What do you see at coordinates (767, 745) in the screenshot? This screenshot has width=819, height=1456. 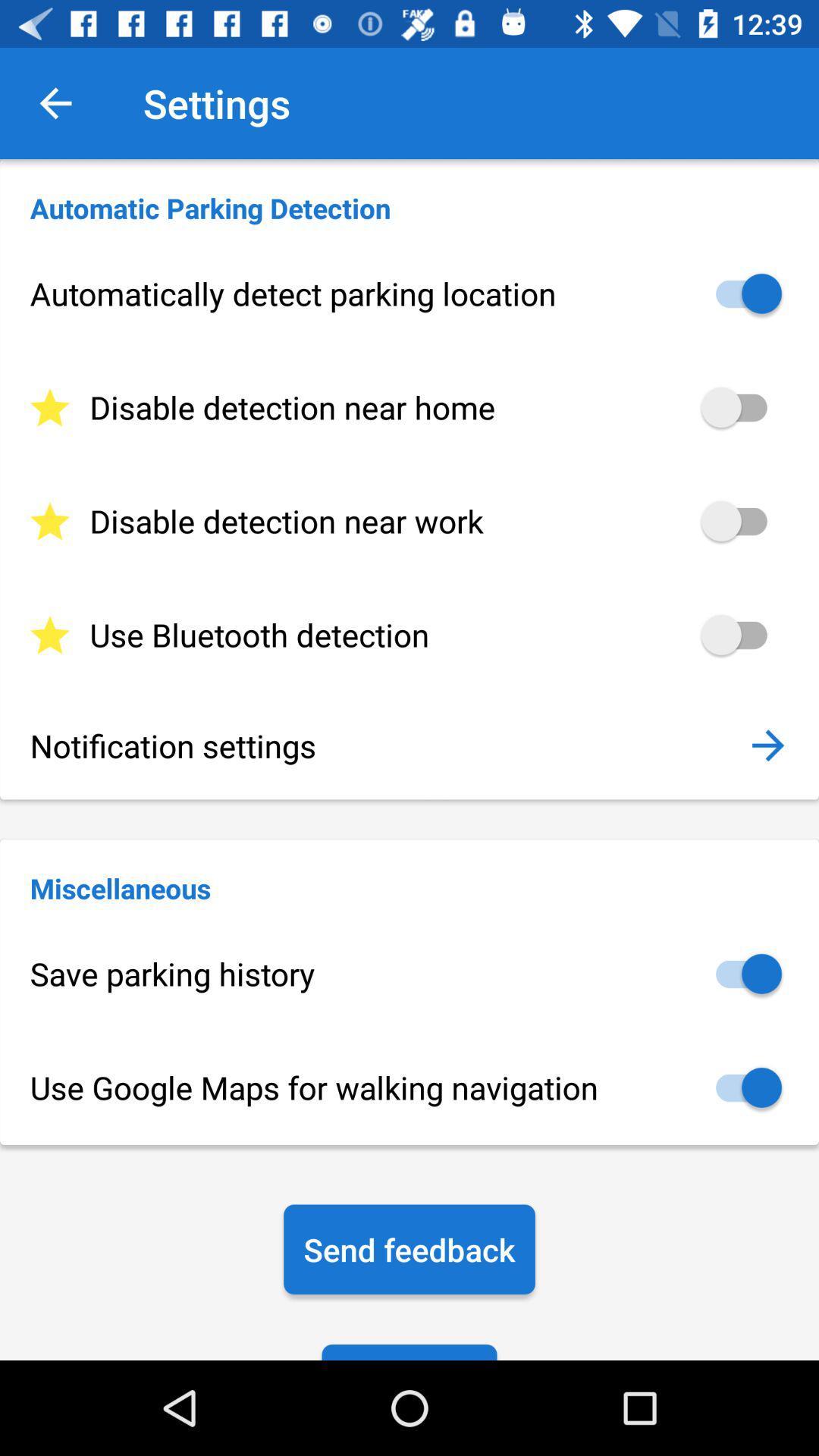 I see `the icon next to notification settings icon` at bounding box center [767, 745].